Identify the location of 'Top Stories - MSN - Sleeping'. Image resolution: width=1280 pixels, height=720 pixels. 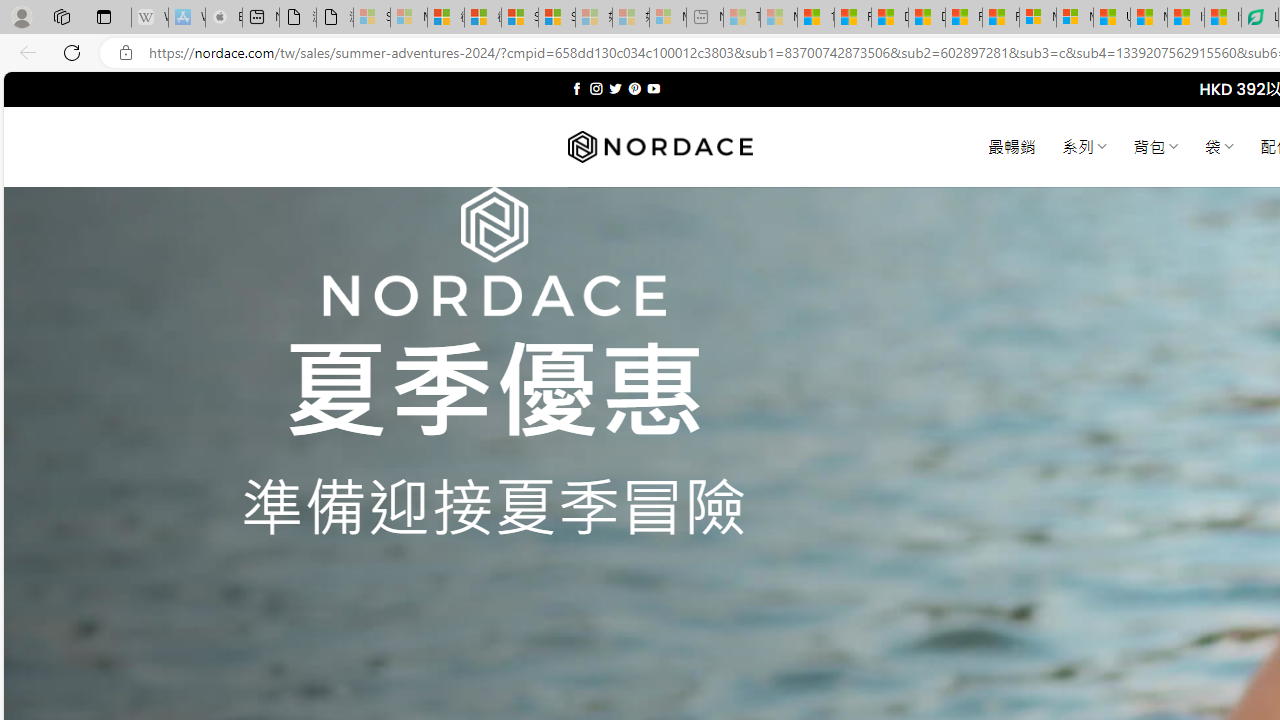
(741, 17).